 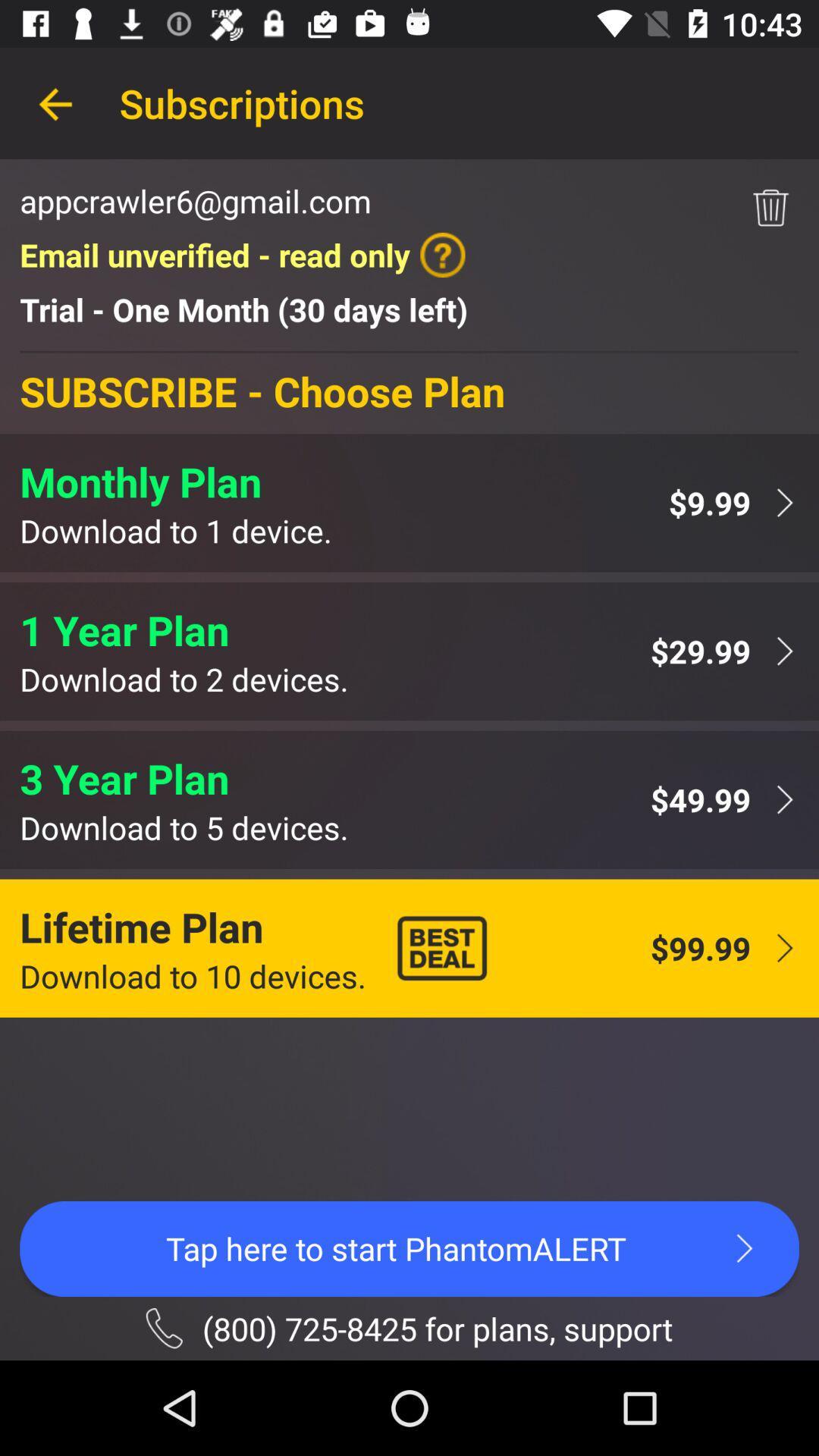 What do you see at coordinates (770, 207) in the screenshot?
I see `item at the top right corner` at bounding box center [770, 207].